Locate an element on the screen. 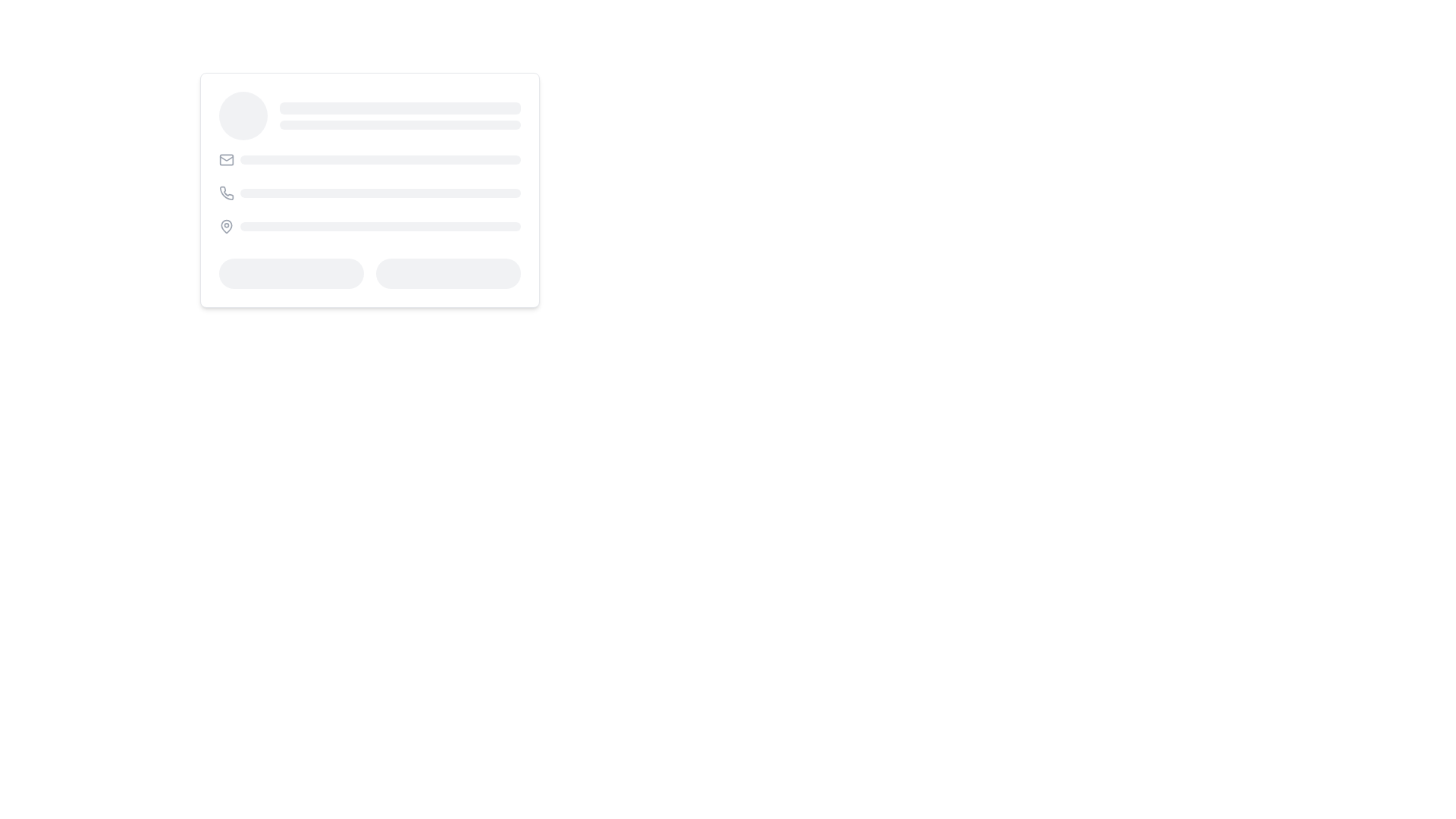 This screenshot has width=1456, height=819. the vertical list of skeleton placeholder rows that indicate loading states for textual content, positioned centrally within the card layout is located at coordinates (370, 192).